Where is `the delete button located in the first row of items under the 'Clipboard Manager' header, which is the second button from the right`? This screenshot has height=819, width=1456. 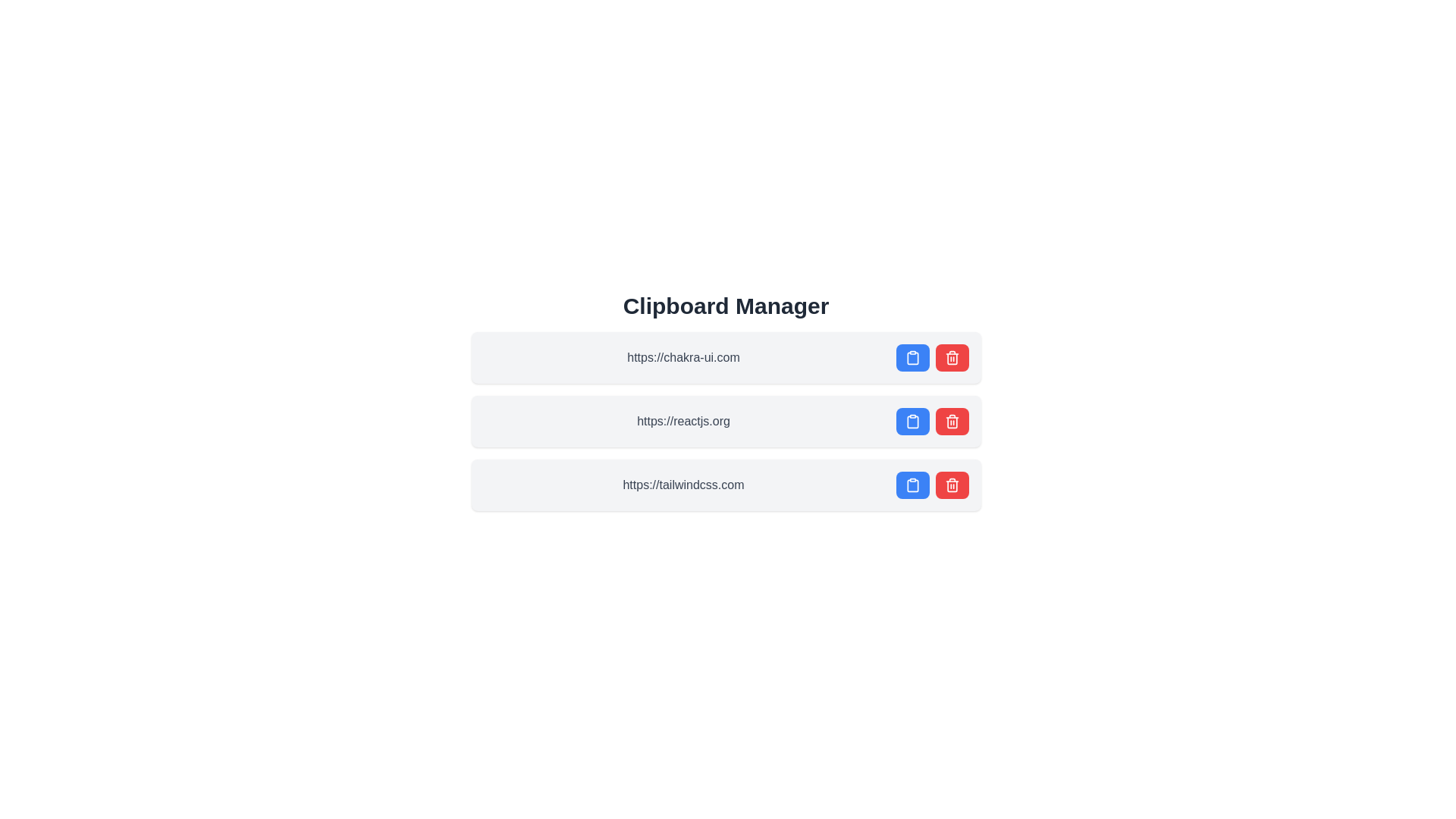
the delete button located in the first row of items under the 'Clipboard Manager' header, which is the second button from the right is located at coordinates (931, 357).